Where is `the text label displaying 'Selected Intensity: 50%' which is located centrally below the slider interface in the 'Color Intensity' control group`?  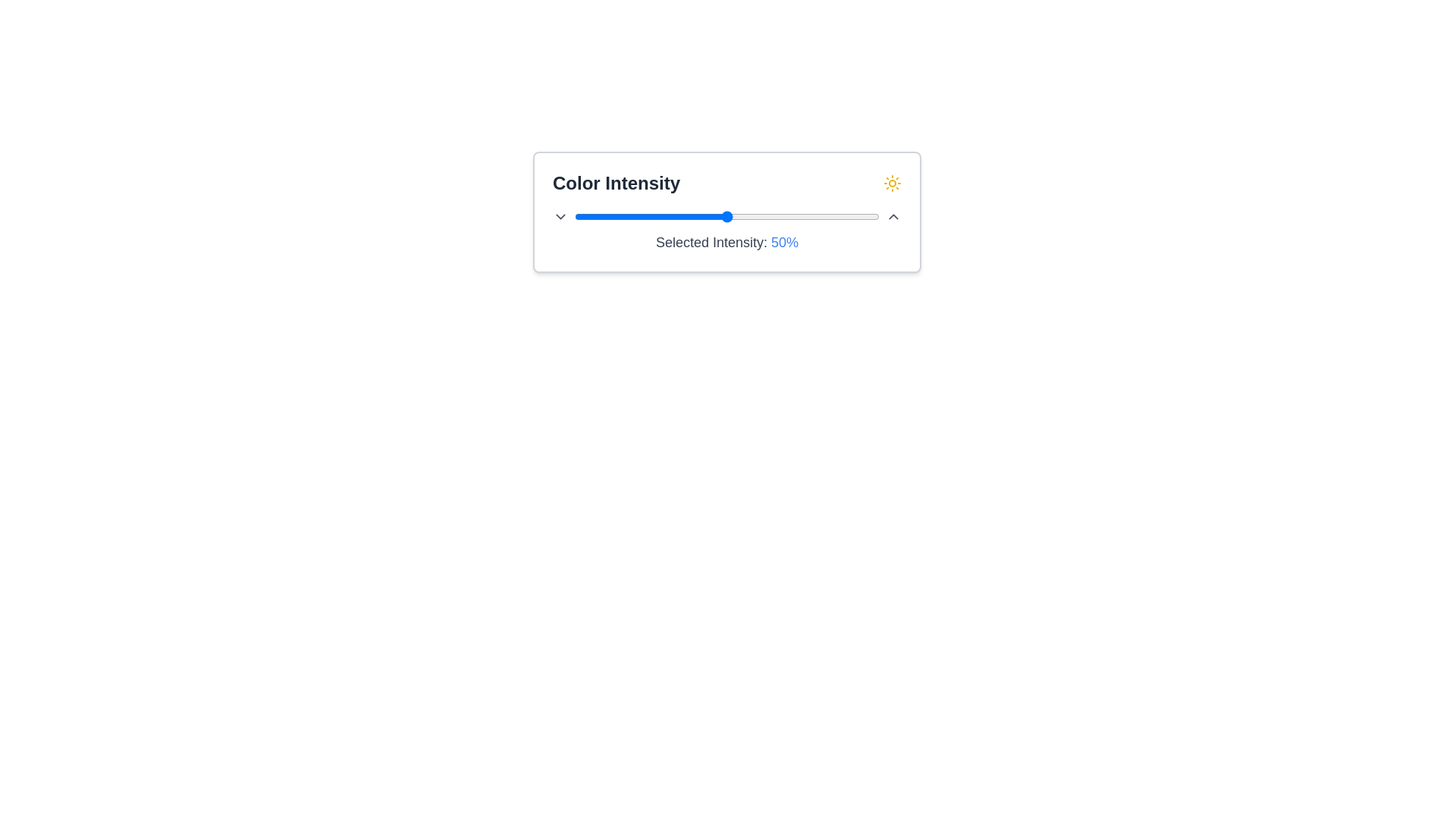 the text label displaying 'Selected Intensity: 50%' which is located centrally below the slider interface in the 'Color Intensity' control group is located at coordinates (726, 242).